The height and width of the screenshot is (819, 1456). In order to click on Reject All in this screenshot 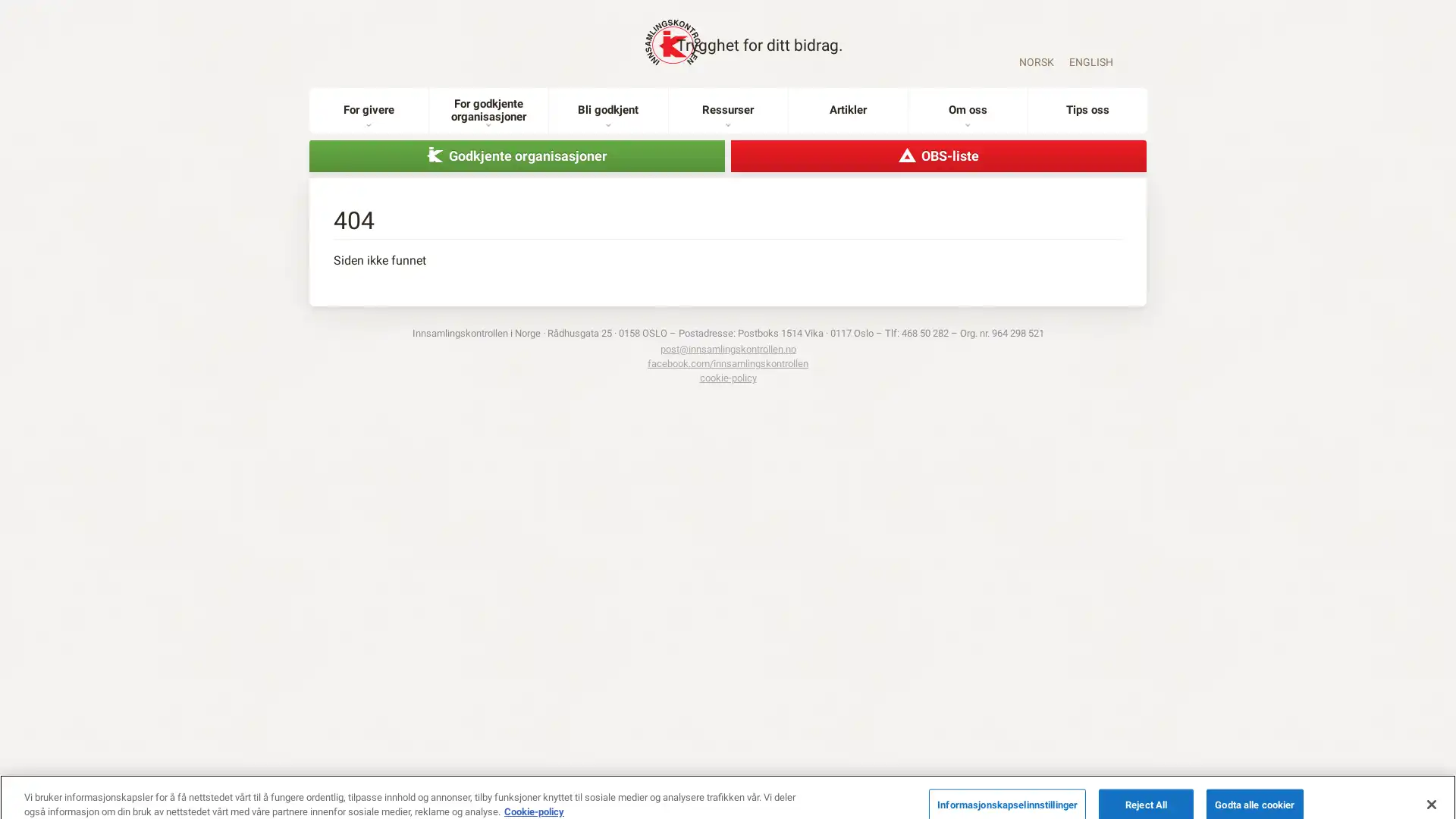, I will do `click(1146, 786)`.